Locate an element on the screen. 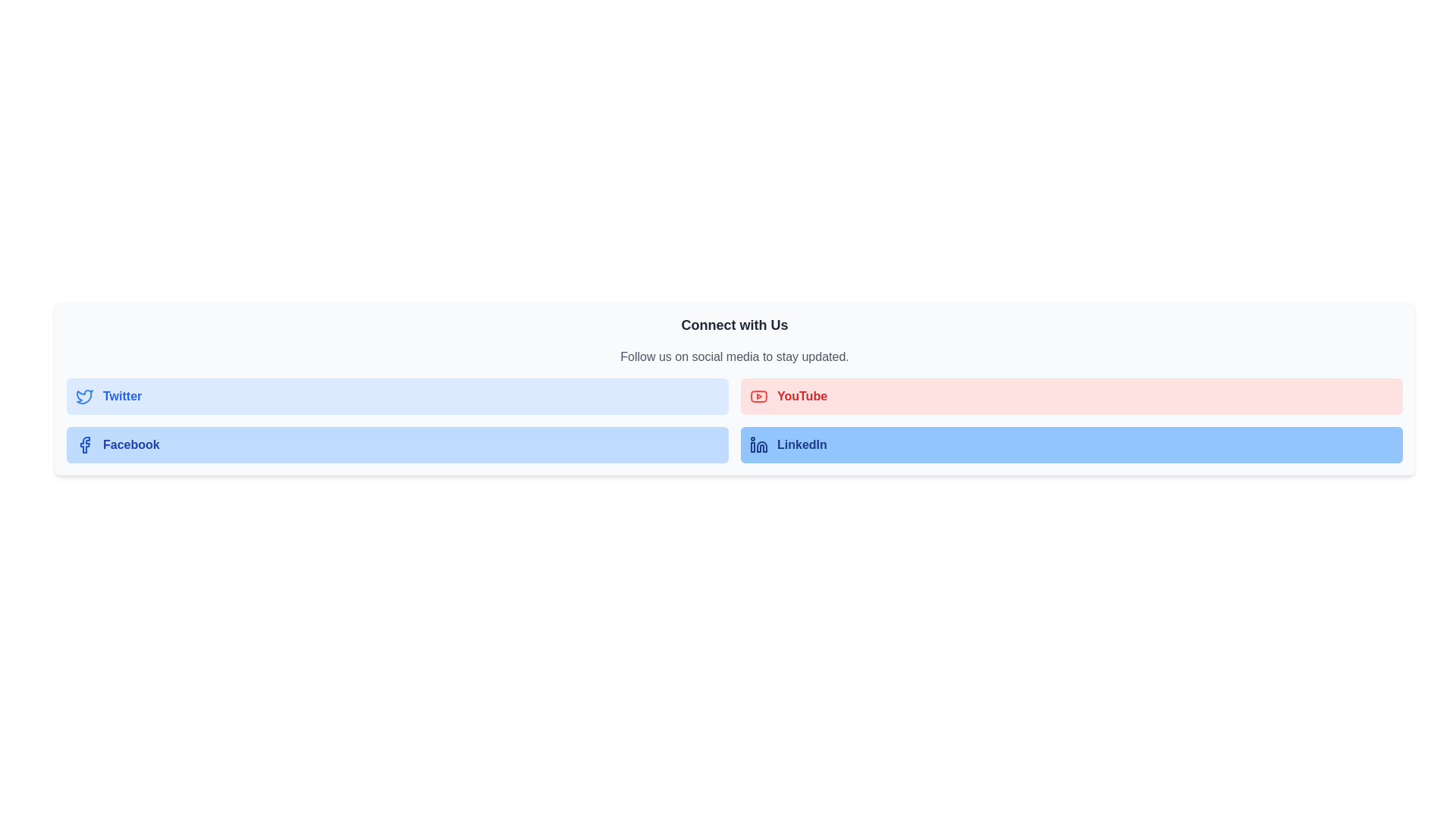 The image size is (1456, 819). the Facebook icon located to the left of the text label in the first row of the bottom section of the interface is located at coordinates (83, 444).